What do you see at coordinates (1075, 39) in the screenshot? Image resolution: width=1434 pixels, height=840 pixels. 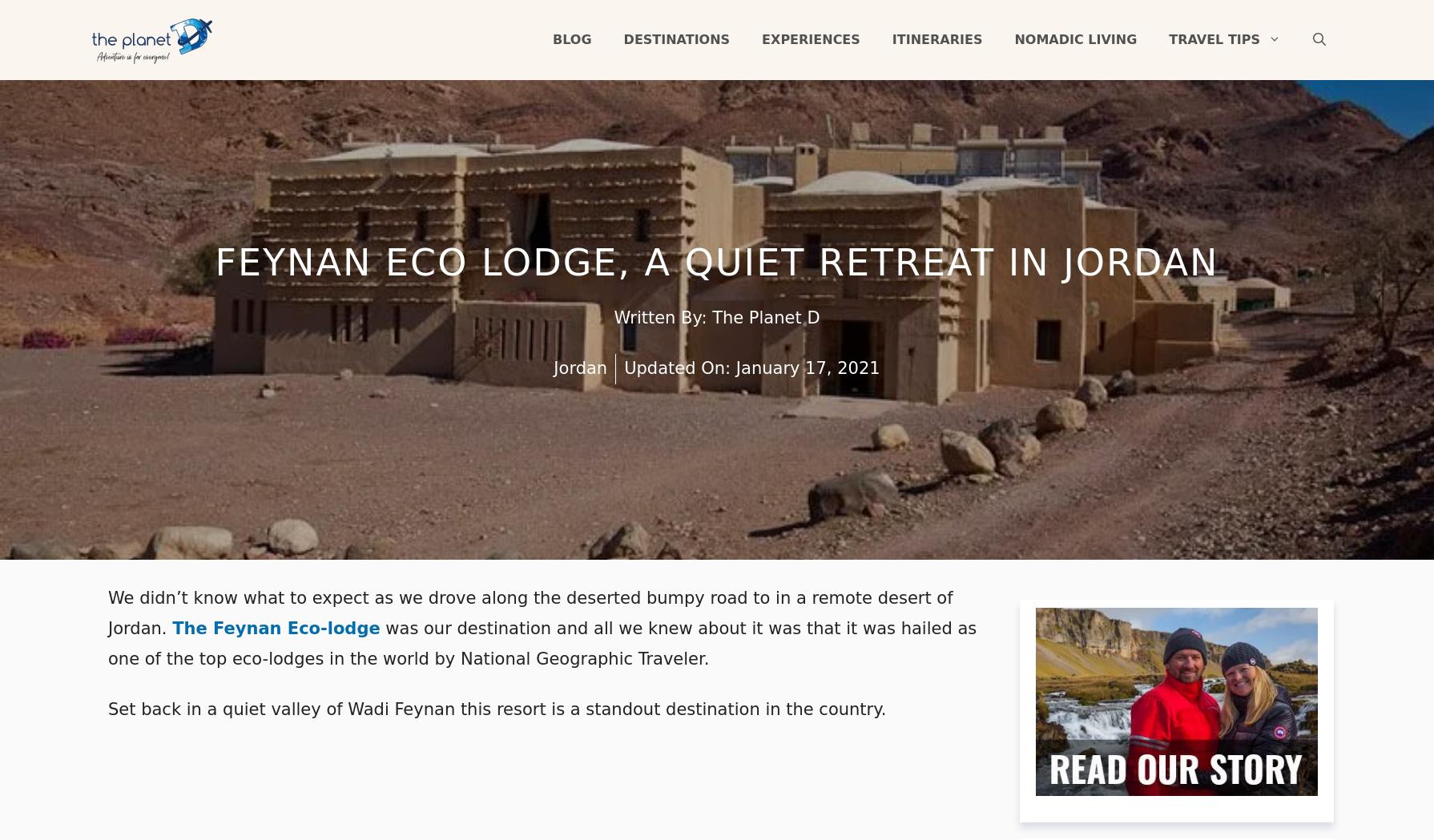 I see `'Nomadic Living'` at bounding box center [1075, 39].